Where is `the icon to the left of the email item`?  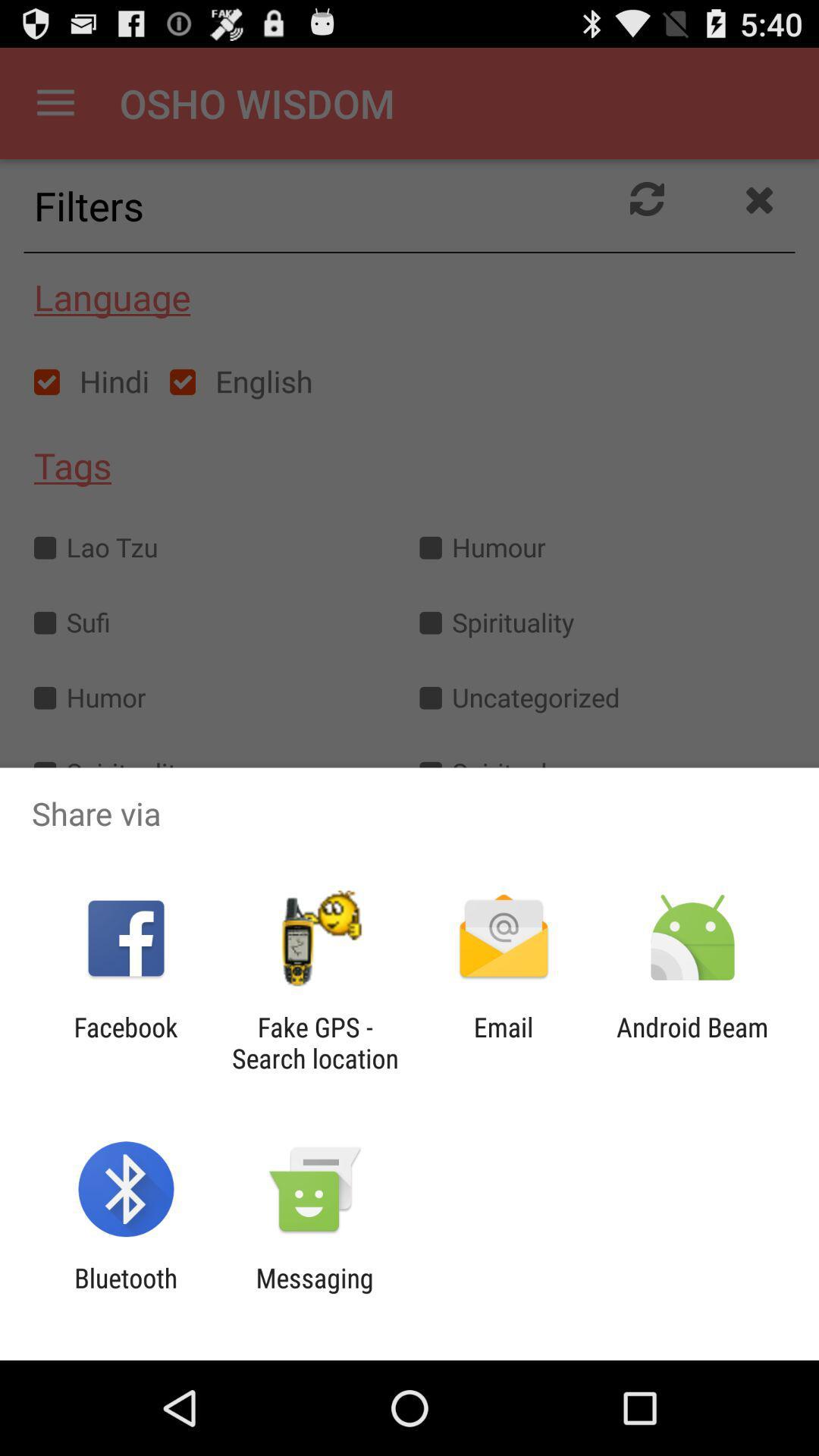 the icon to the left of the email item is located at coordinates (314, 1042).